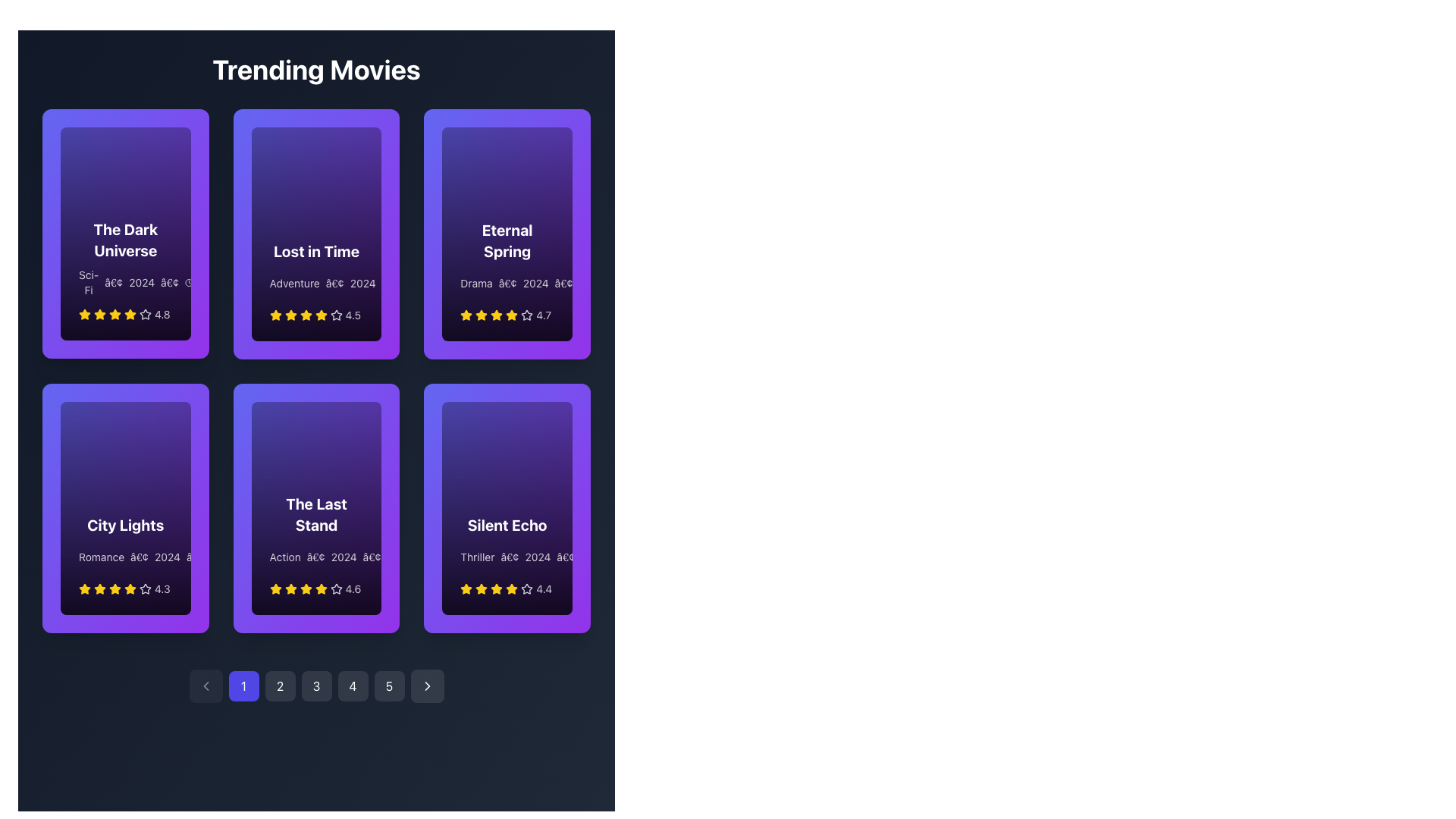 The height and width of the screenshot is (819, 1456). Describe the element at coordinates (497, 314) in the screenshot. I see `the decorative star icon with a yellow fill located under the movie card titled 'Eternal Spring' in the second row of rating stars` at that location.